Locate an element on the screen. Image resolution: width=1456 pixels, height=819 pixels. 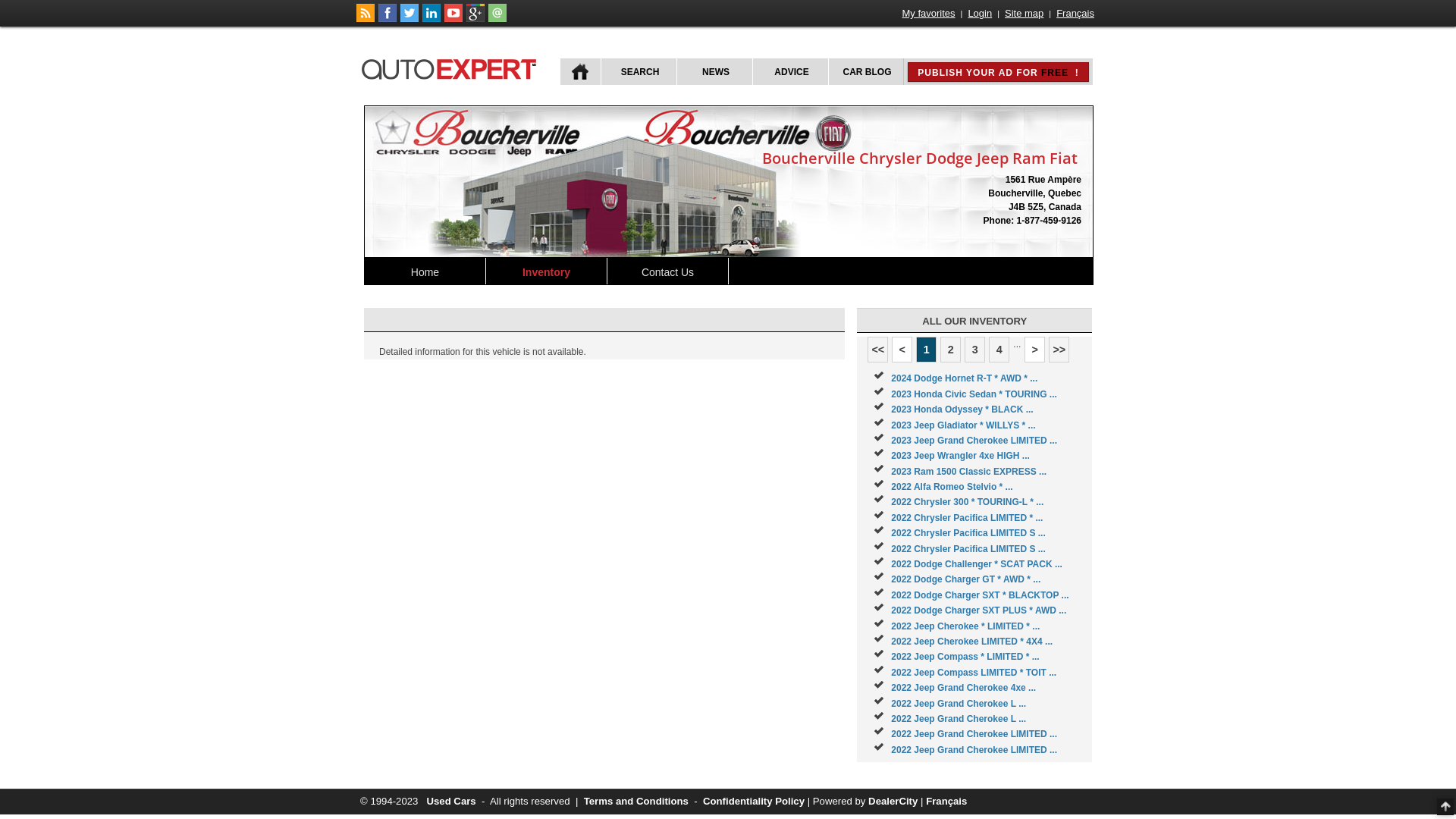
'ADVICE' is located at coordinates (789, 71).